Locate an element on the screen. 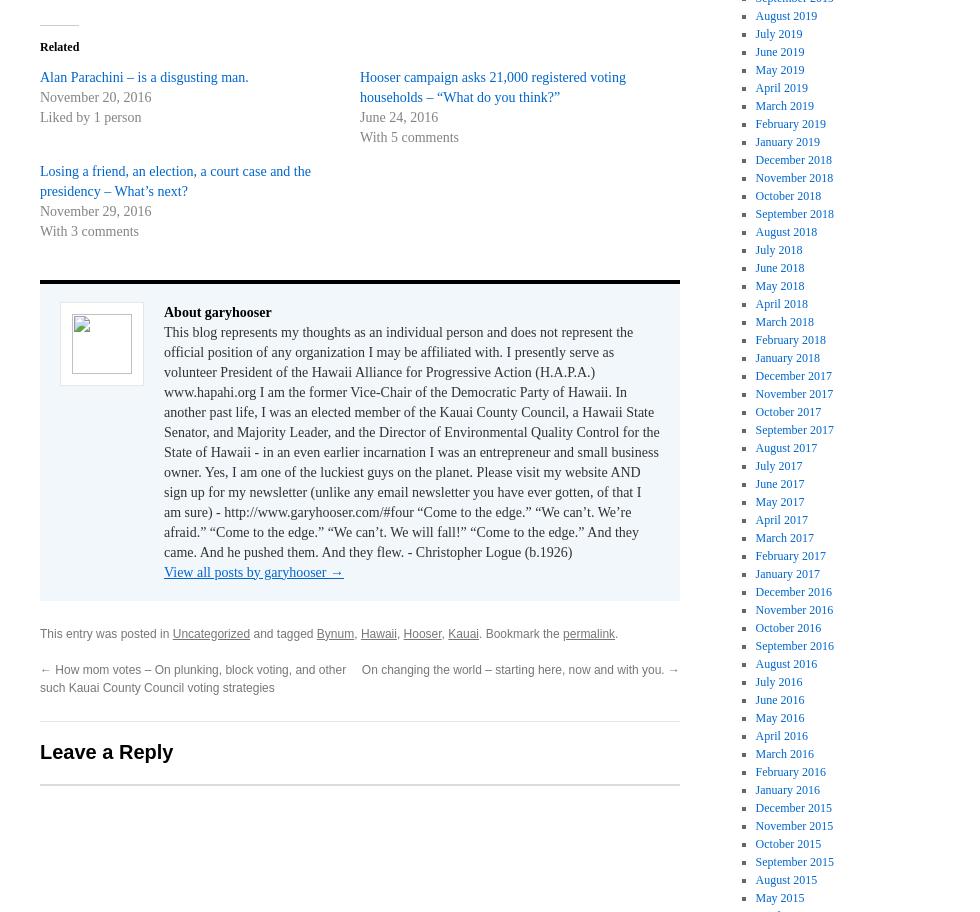 The width and height of the screenshot is (980, 912). 'September 2016' is located at coordinates (793, 644).